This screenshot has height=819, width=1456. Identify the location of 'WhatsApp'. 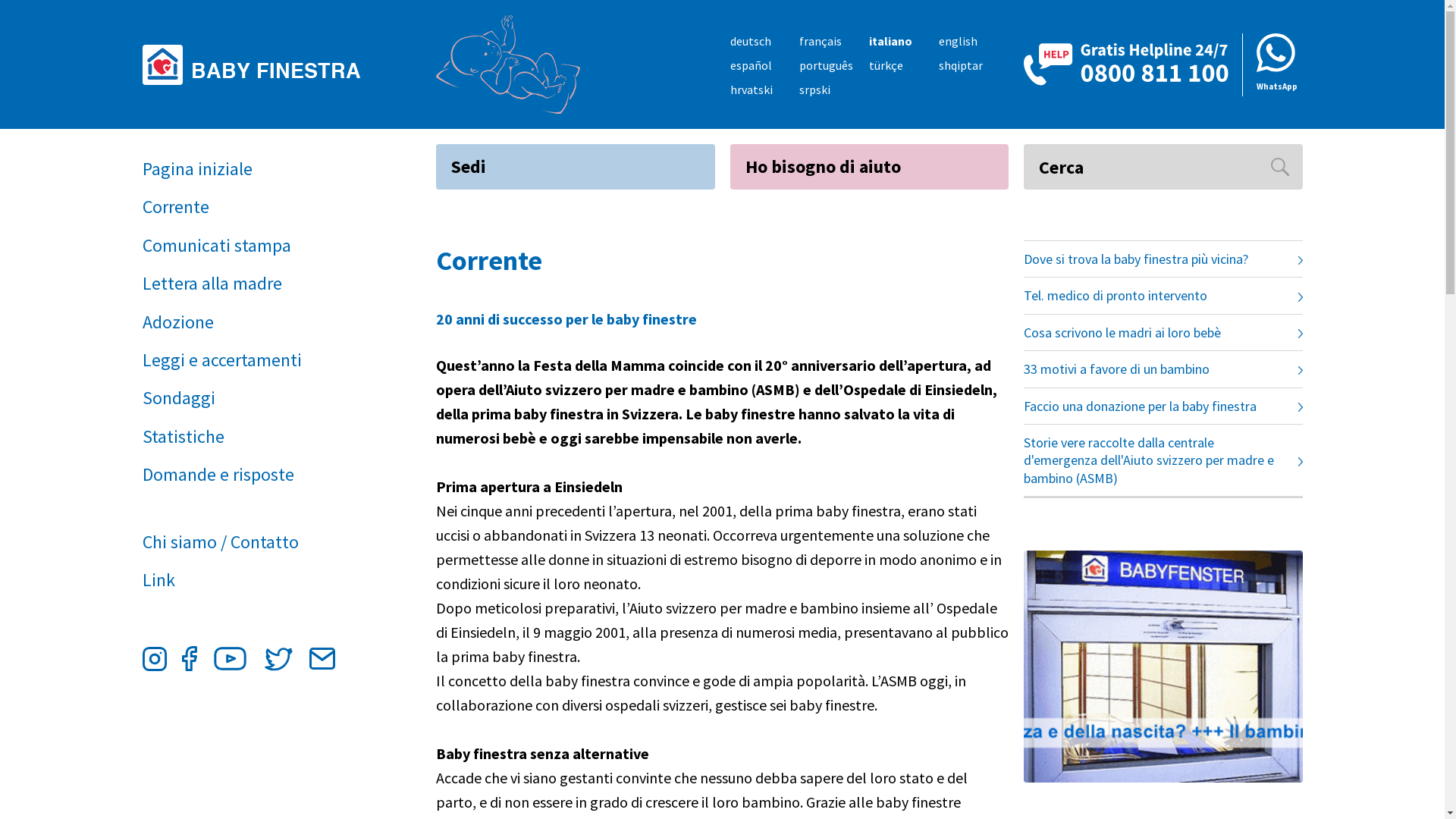
(1272, 64).